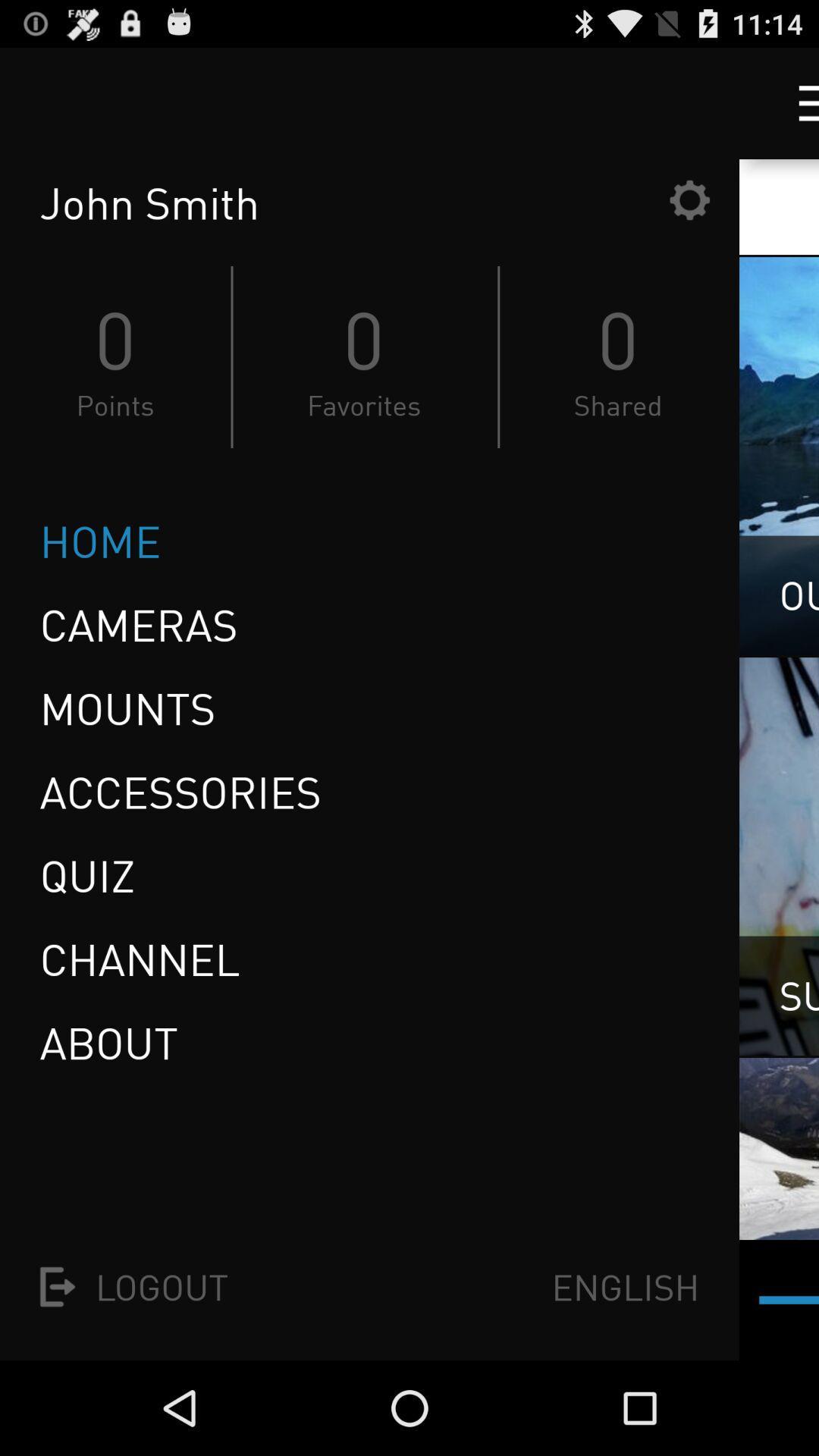 This screenshot has height=1456, width=819. What do you see at coordinates (180, 791) in the screenshot?
I see `icon above quiz  icon` at bounding box center [180, 791].